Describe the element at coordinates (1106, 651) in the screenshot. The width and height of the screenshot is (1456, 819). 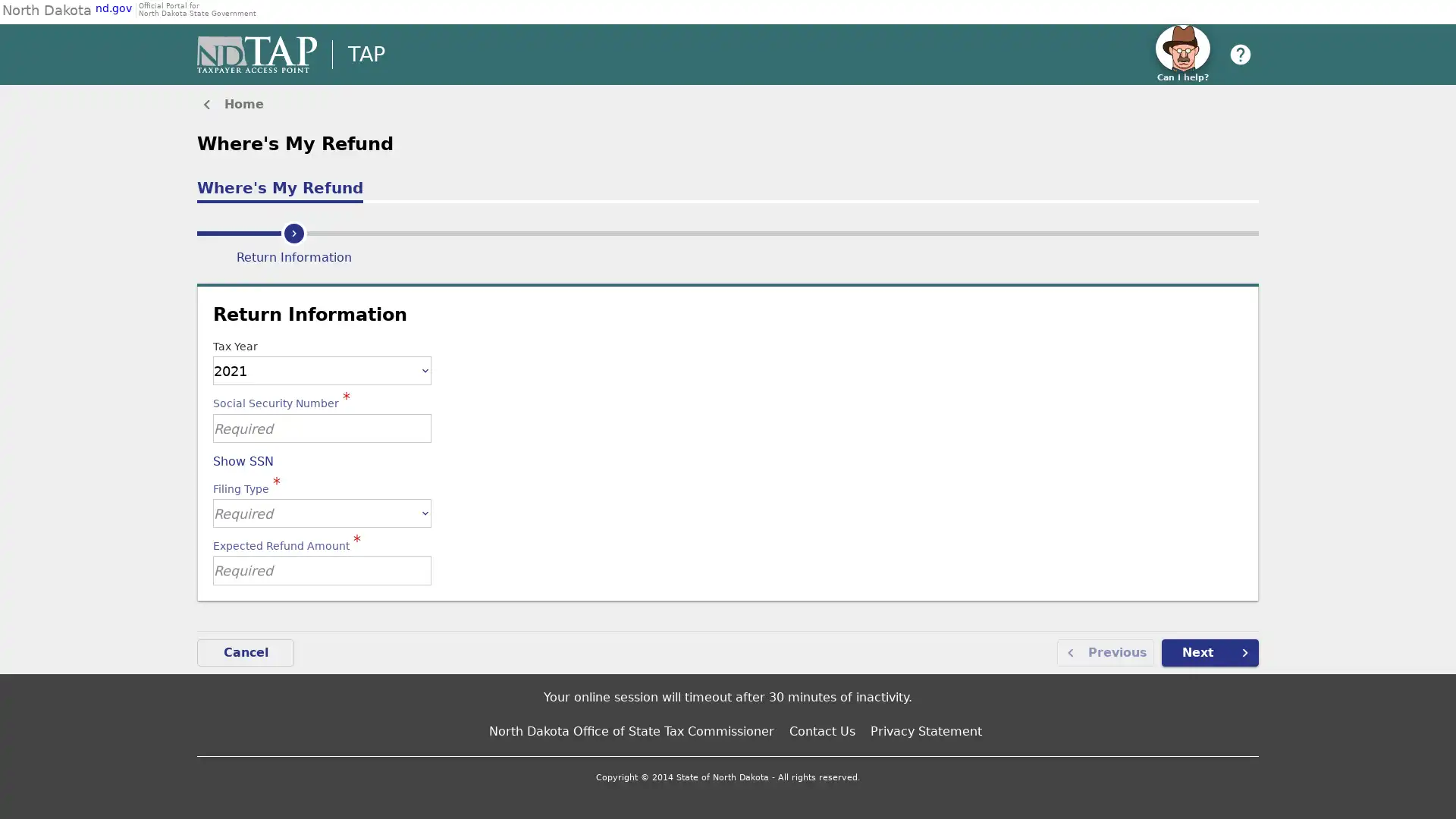
I see `Previous` at that location.